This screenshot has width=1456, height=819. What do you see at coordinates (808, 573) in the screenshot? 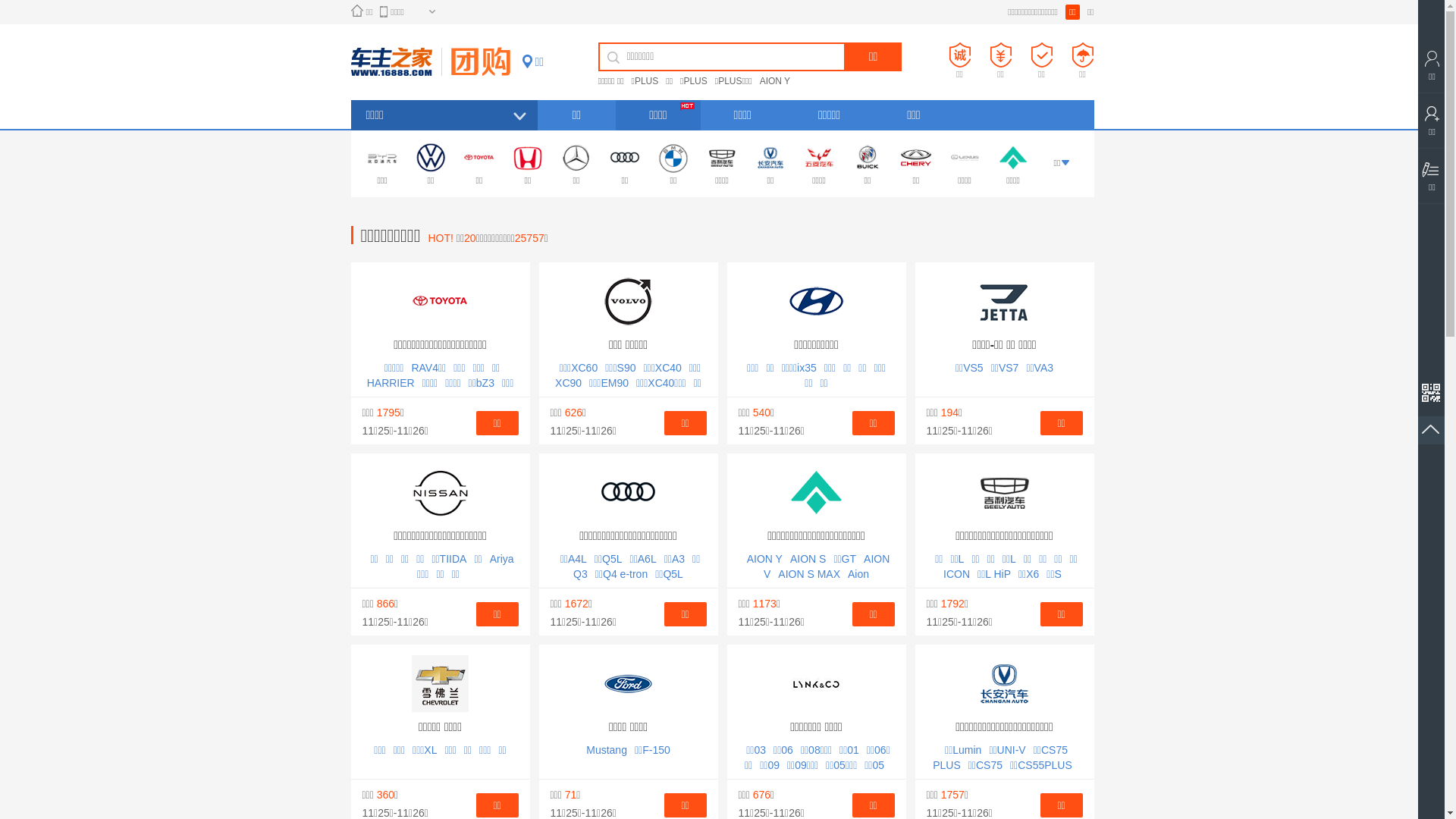
I see `'AION S MAX'` at bounding box center [808, 573].